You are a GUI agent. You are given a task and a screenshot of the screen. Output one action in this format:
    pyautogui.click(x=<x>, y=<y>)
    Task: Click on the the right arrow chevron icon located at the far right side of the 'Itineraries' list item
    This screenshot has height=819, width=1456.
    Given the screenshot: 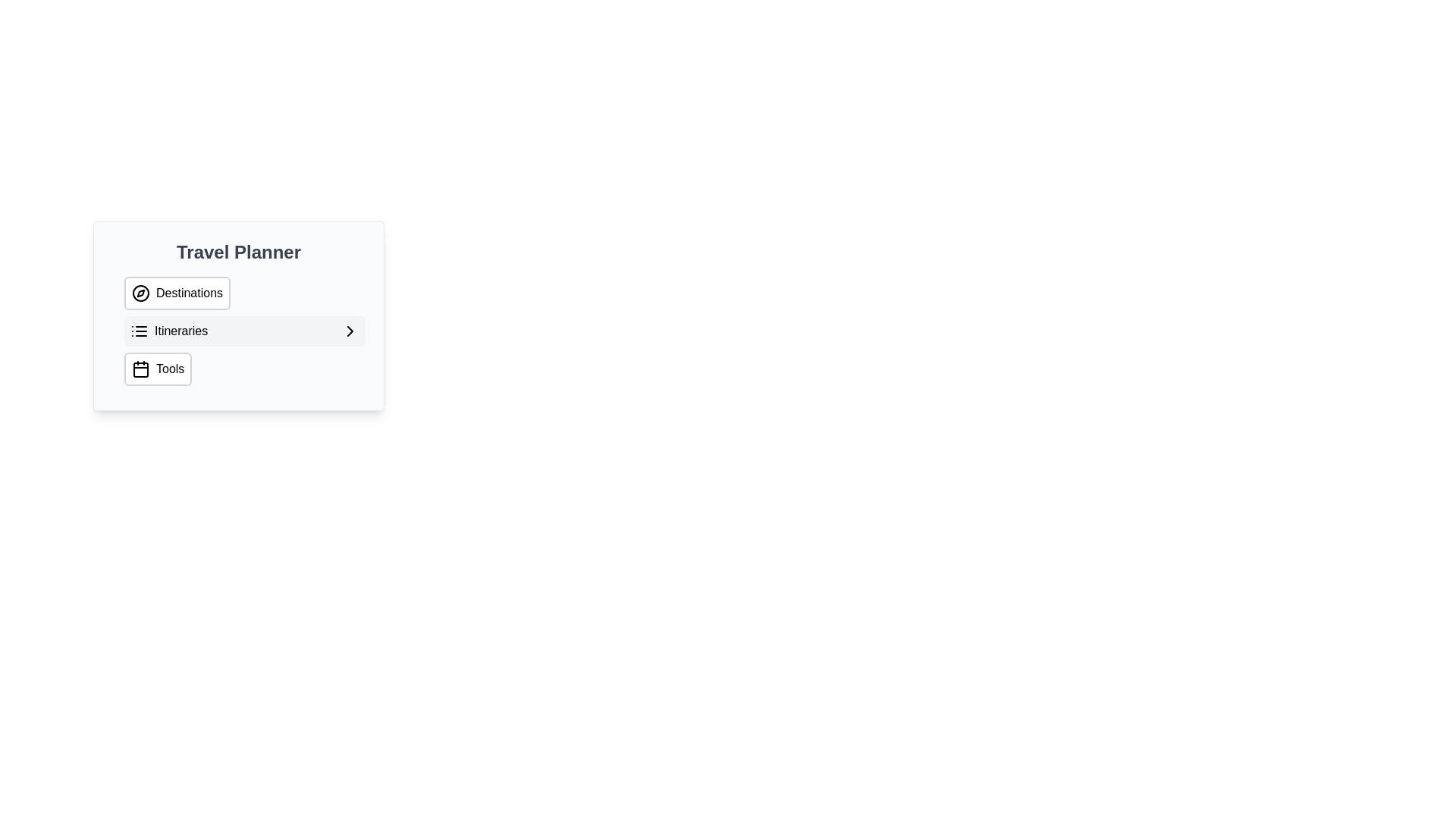 What is the action you would take?
    pyautogui.click(x=349, y=330)
    